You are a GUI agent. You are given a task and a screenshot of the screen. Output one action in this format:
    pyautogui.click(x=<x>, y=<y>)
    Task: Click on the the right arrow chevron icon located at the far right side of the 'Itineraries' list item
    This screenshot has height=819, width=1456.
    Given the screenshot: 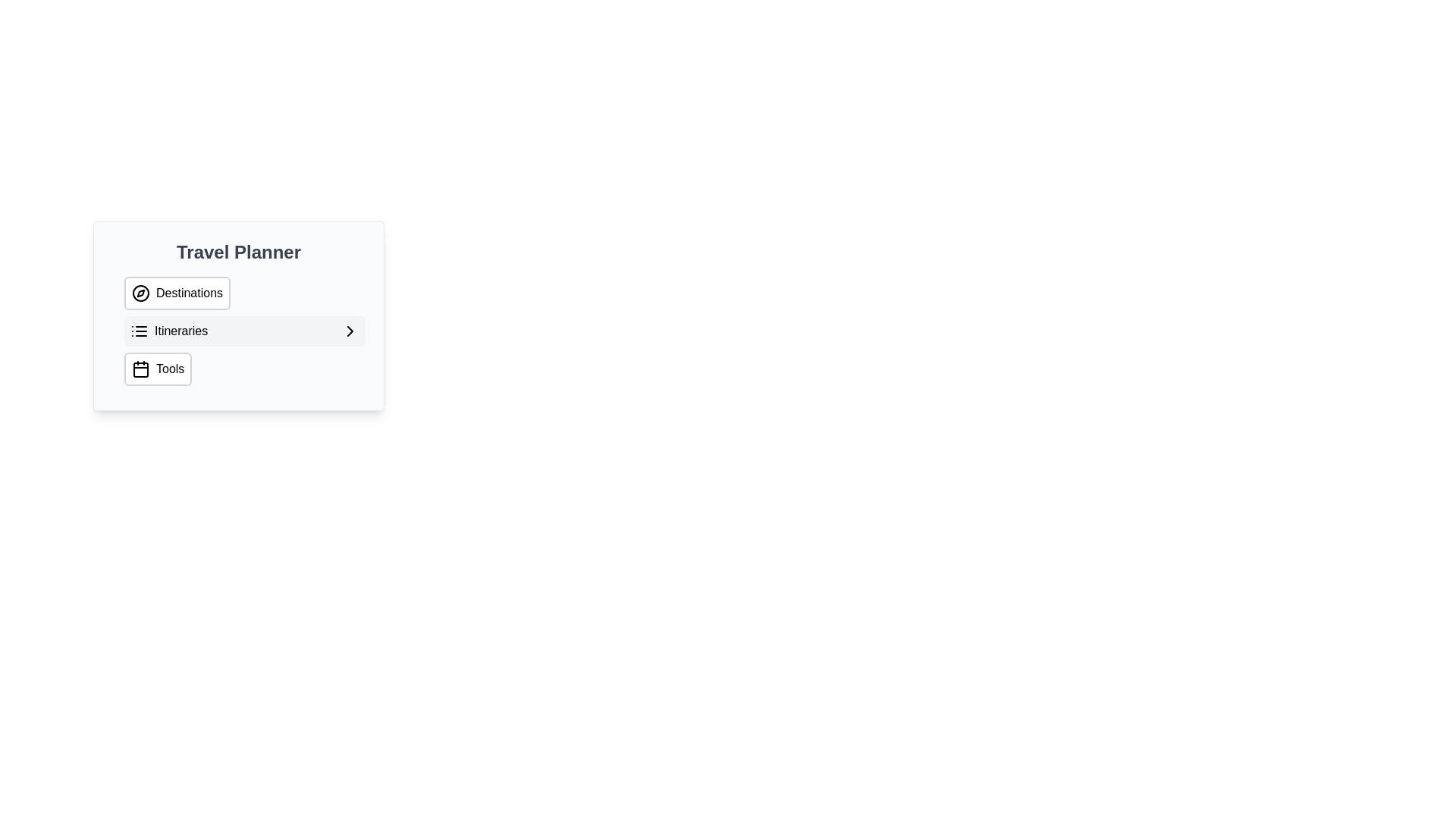 What is the action you would take?
    pyautogui.click(x=349, y=330)
    